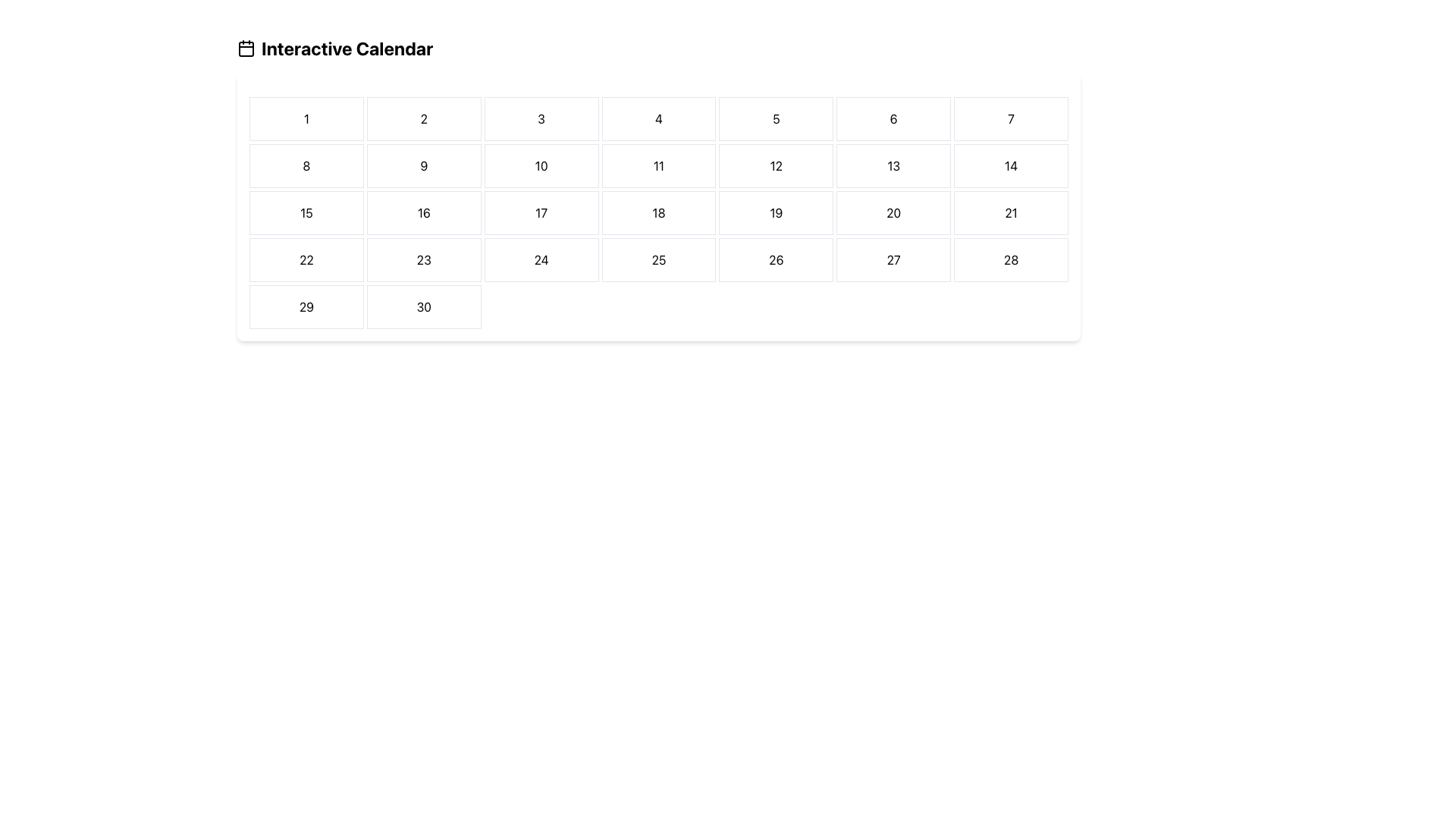 The image size is (1456, 819). I want to click on the square button containing the number '4', which has a white background and a thin border, located in the first row and fourth column of the grid layout, so click(658, 118).